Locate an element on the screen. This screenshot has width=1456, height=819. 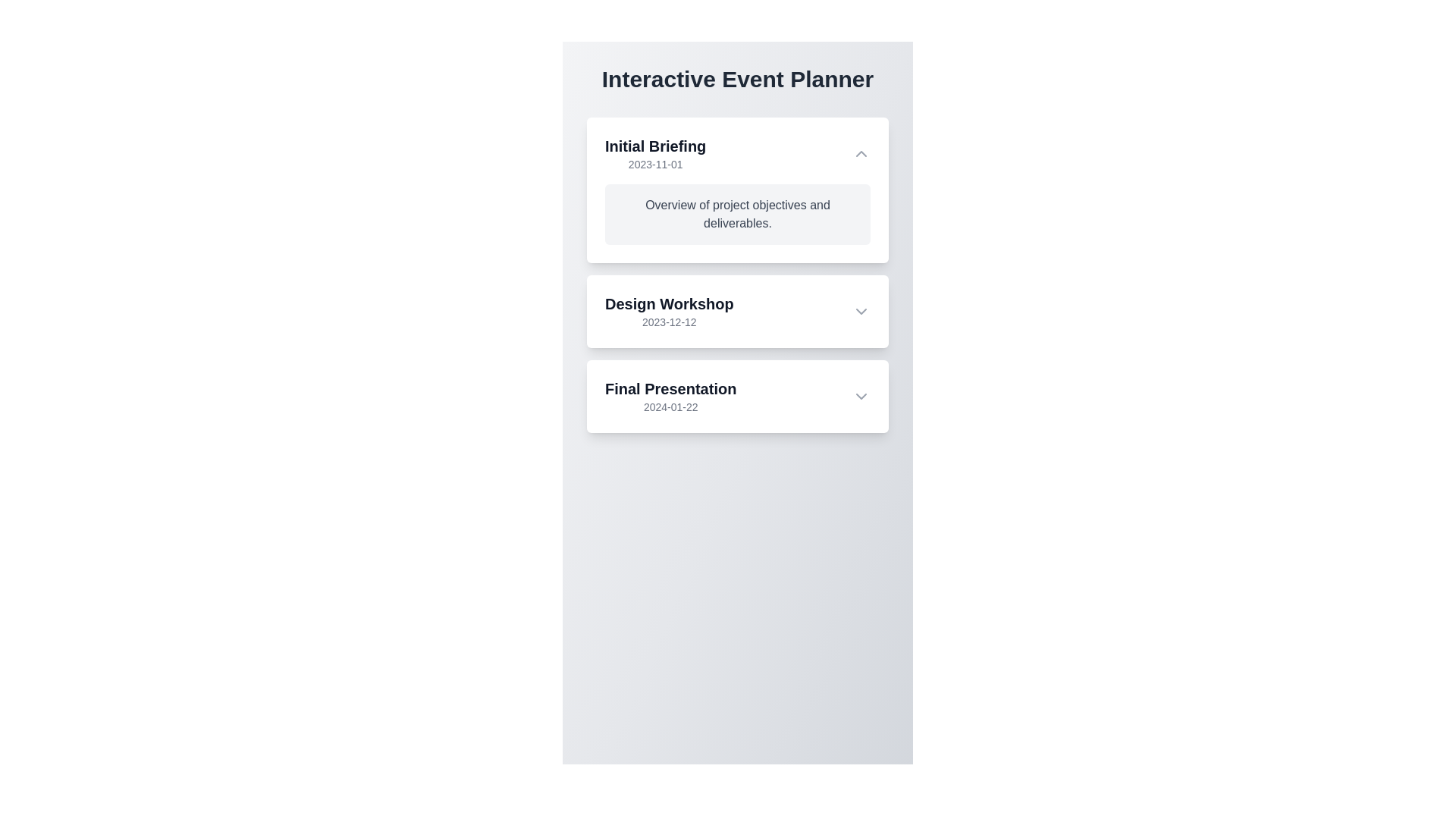
the second Expandable Event Card in the Interactive Event Planner is located at coordinates (738, 311).